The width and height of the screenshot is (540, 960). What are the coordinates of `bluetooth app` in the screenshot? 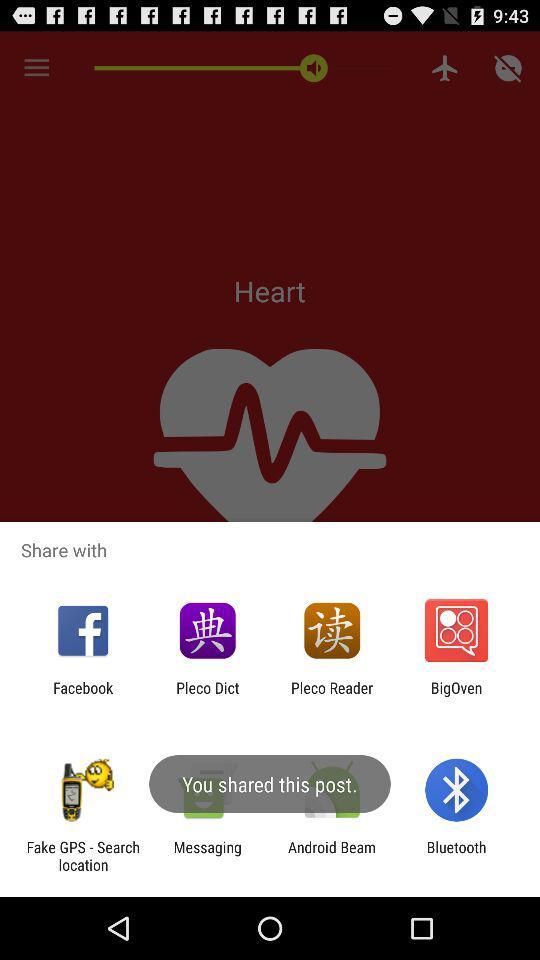 It's located at (456, 855).